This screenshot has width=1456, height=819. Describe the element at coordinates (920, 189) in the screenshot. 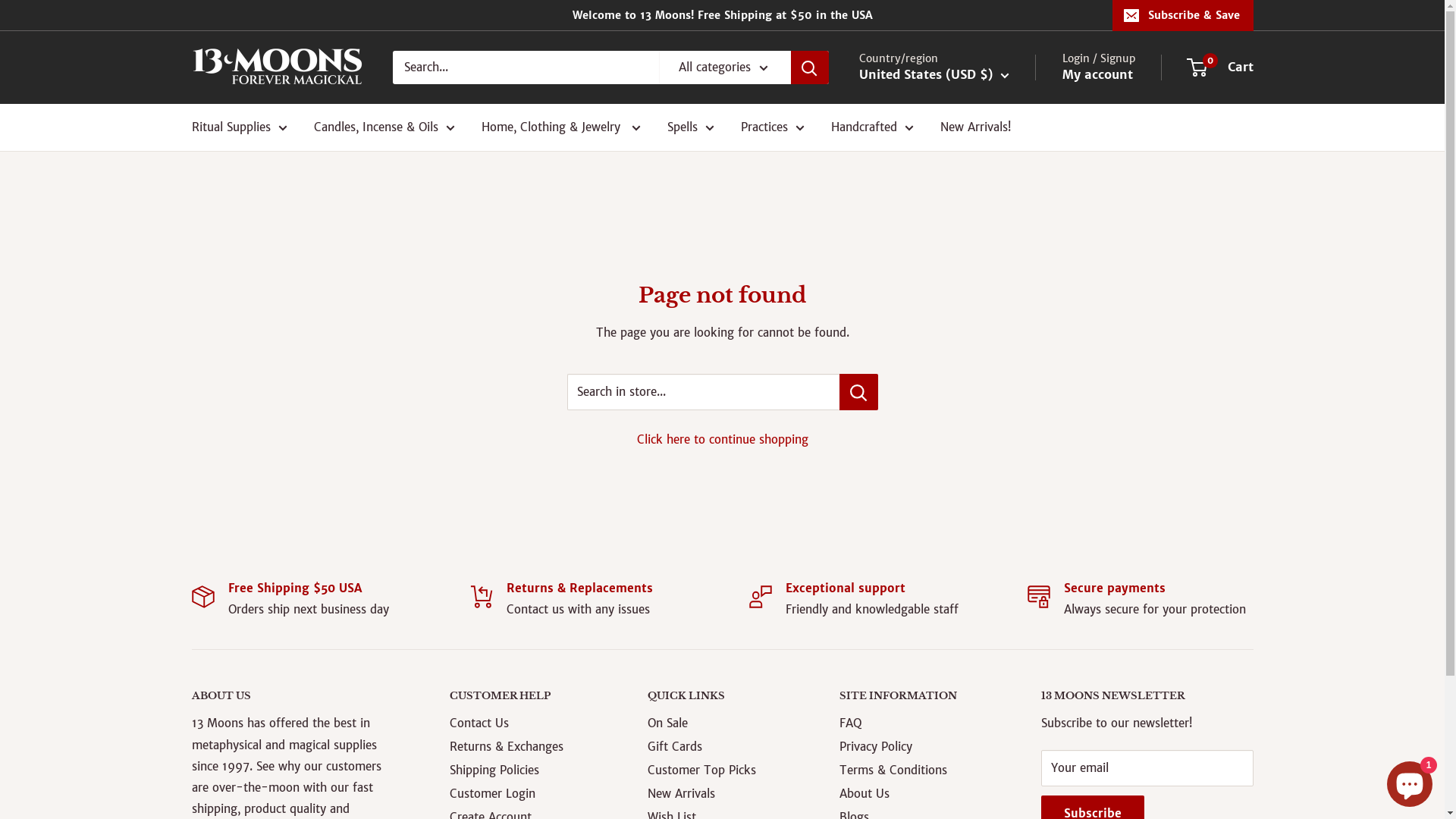

I see `'CZ'` at that location.